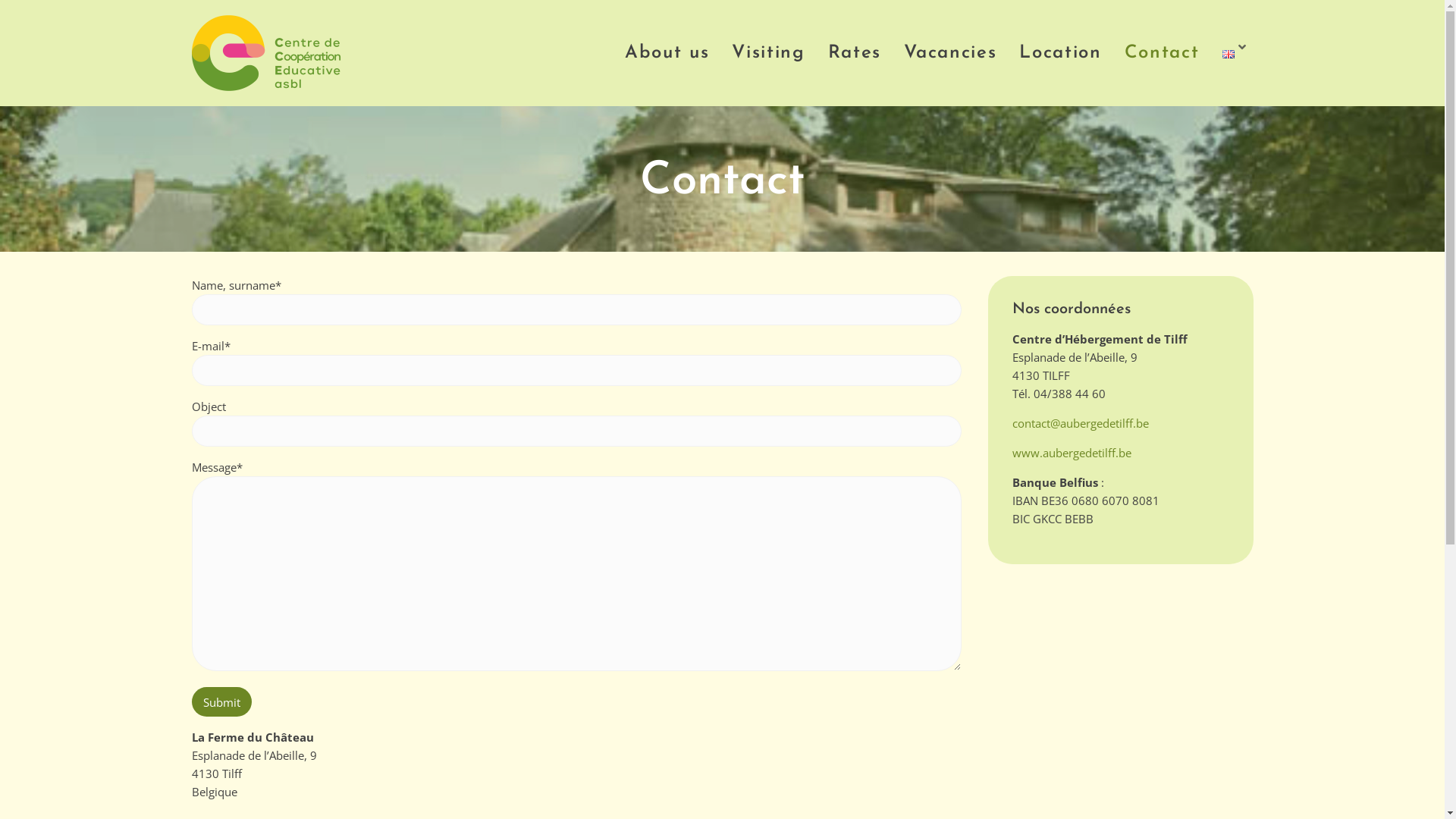  What do you see at coordinates (1161, 52) in the screenshot?
I see `'Contact'` at bounding box center [1161, 52].